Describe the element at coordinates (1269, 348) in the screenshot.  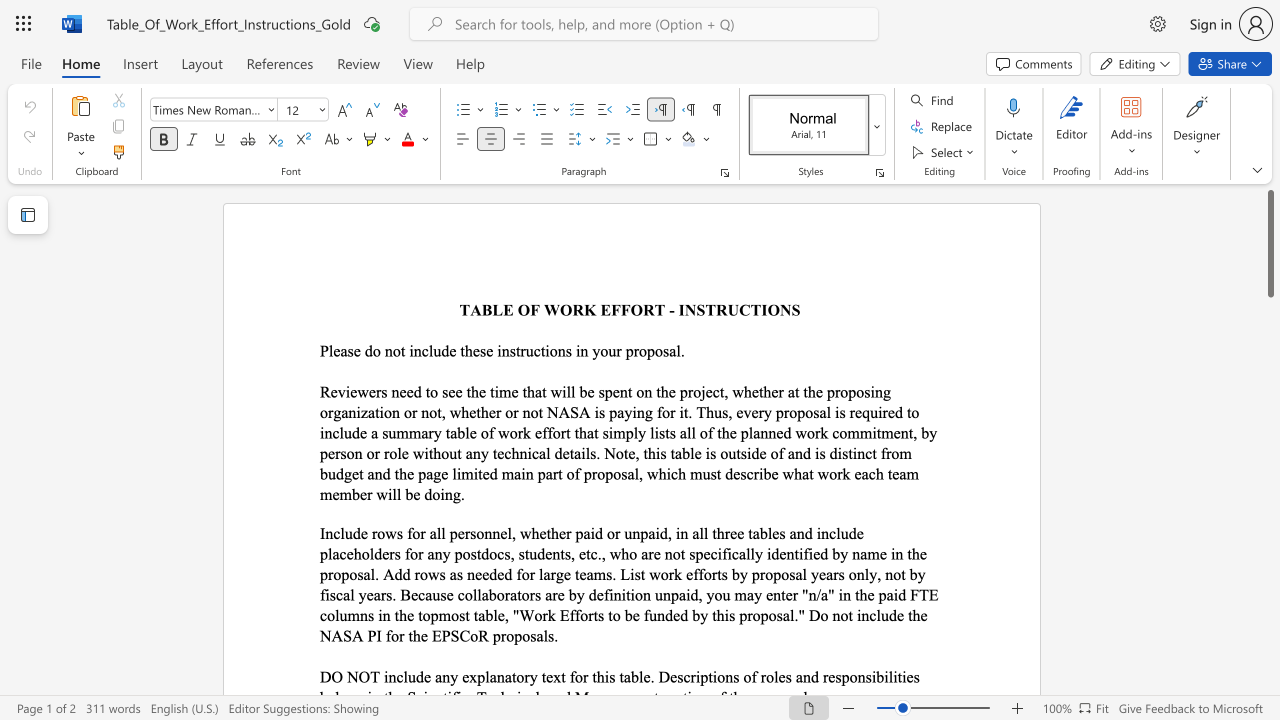
I see `the side scrollbar to bring the page down` at that location.